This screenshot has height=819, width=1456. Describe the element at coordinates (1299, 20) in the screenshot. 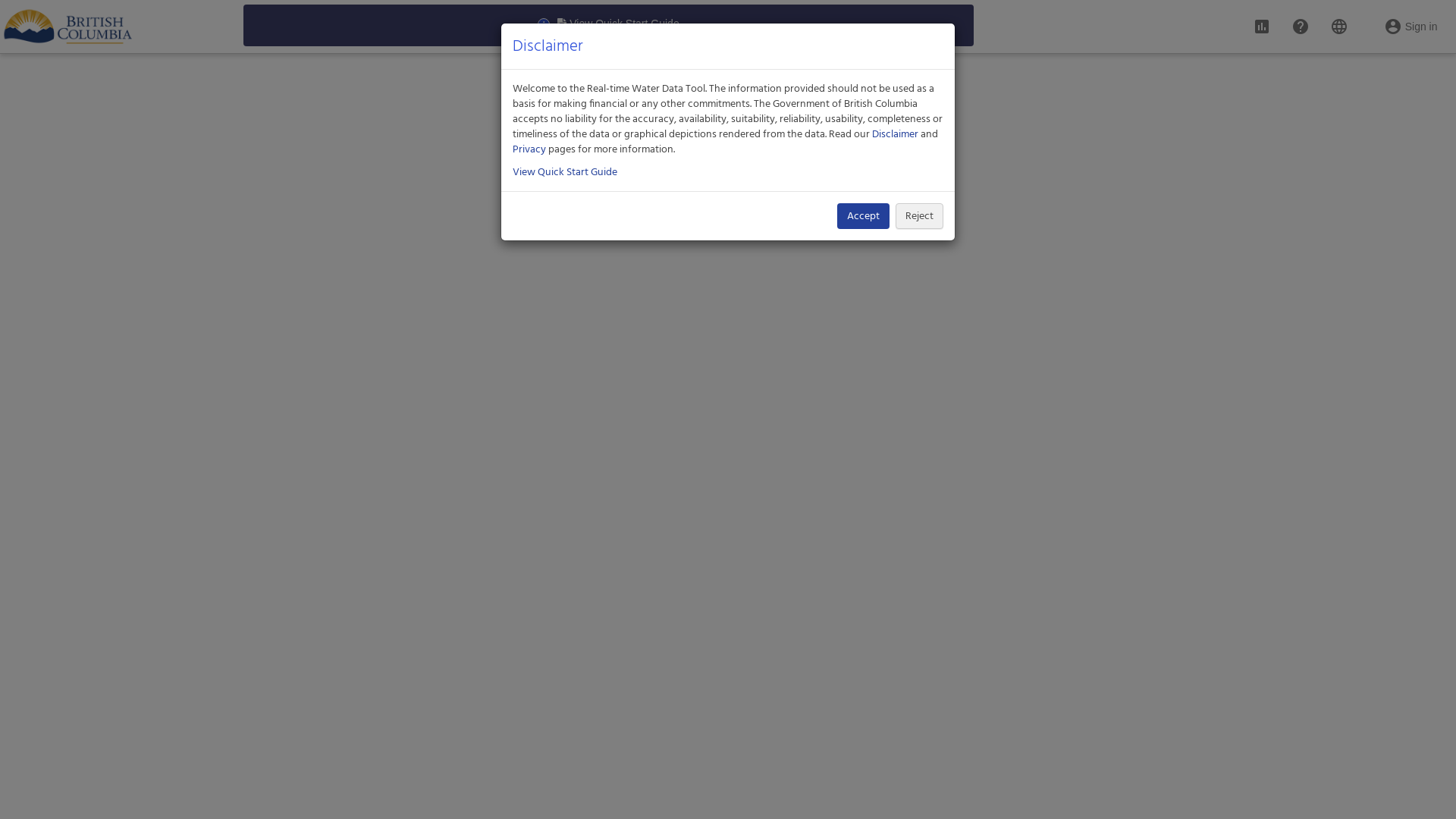

I see `'help'` at that location.